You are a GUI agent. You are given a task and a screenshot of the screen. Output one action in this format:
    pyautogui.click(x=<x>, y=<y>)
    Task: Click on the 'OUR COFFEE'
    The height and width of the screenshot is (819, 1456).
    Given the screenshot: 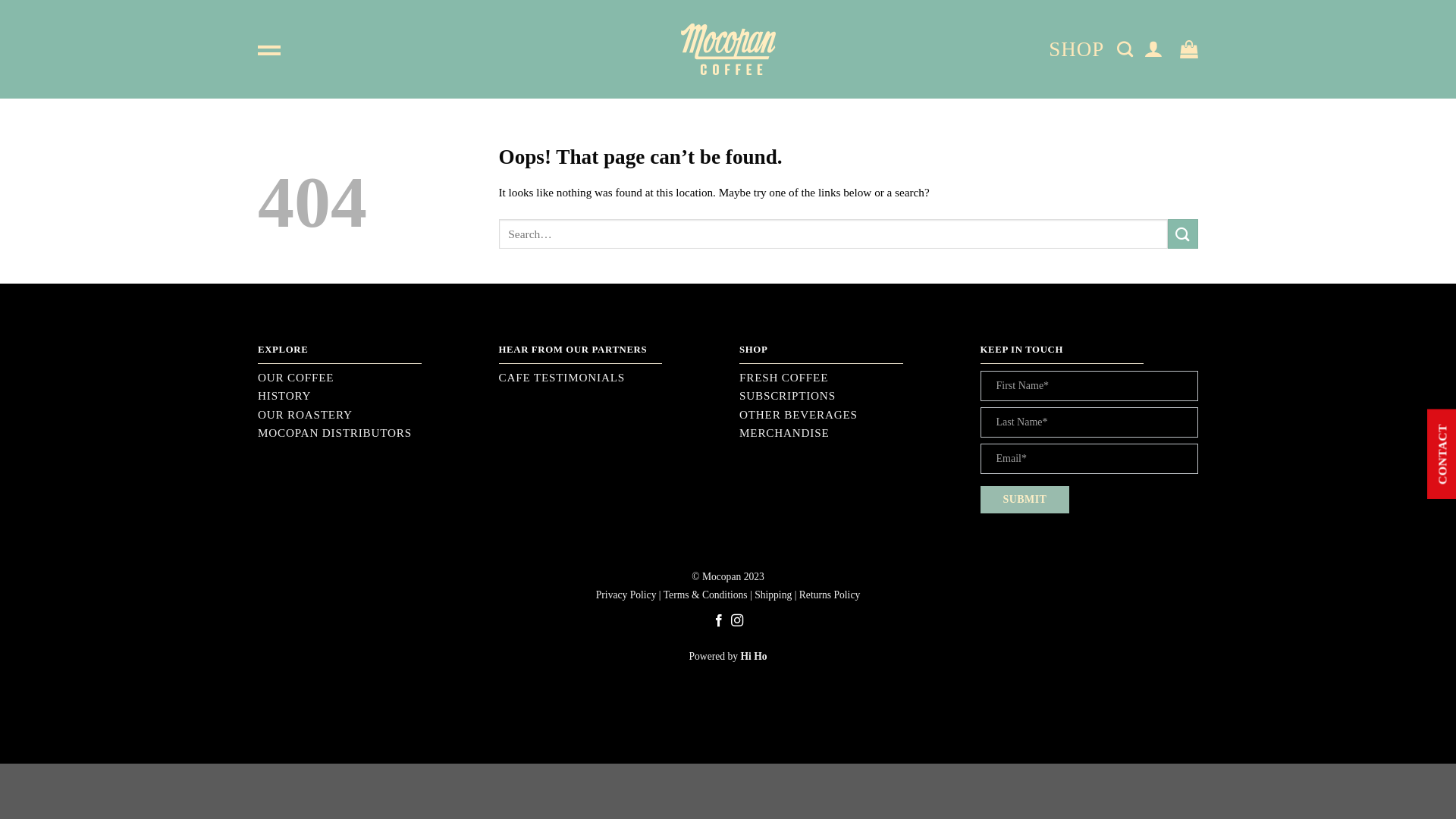 What is the action you would take?
    pyautogui.click(x=258, y=376)
    